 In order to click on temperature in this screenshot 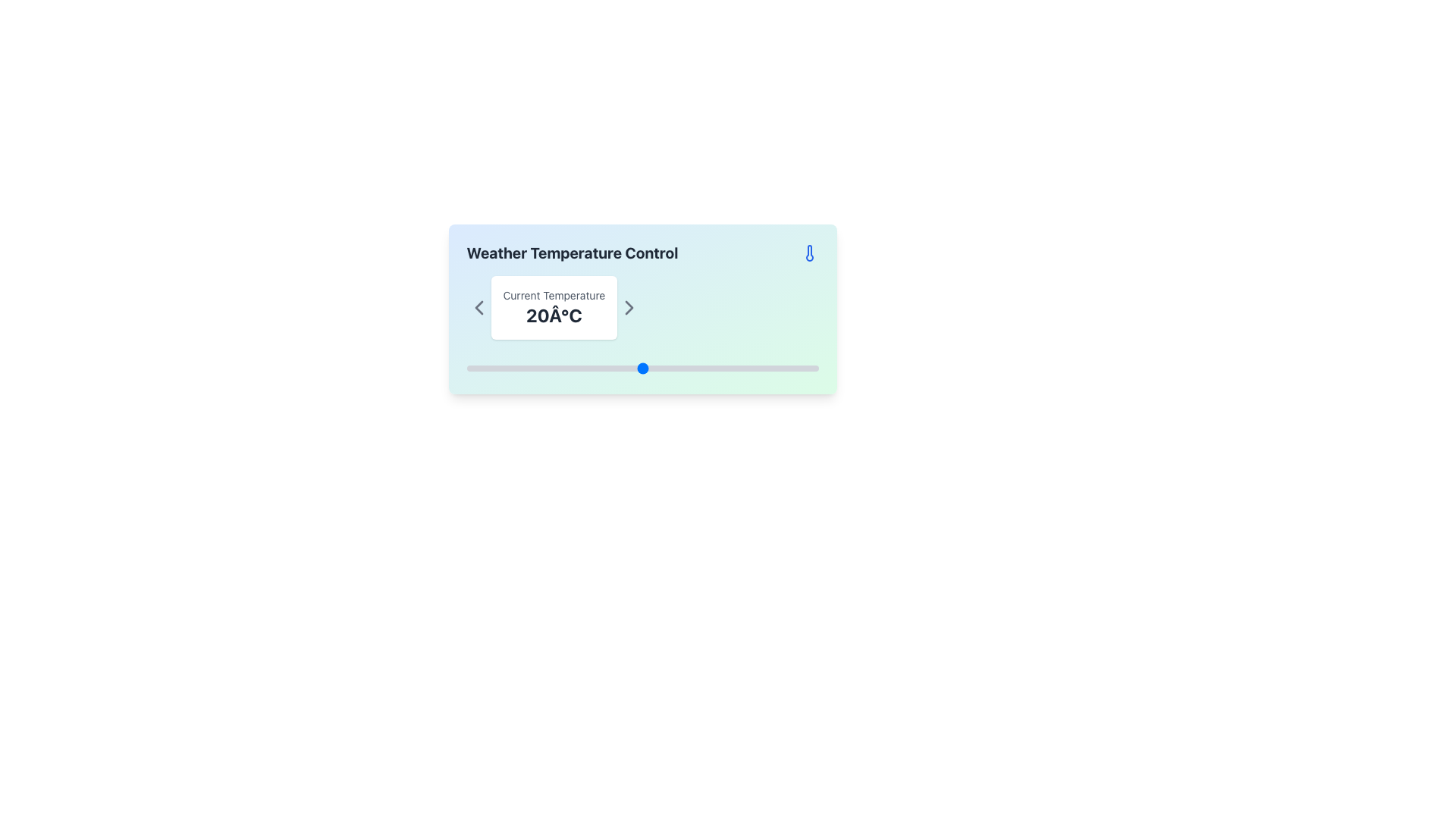, I will do `click(607, 369)`.